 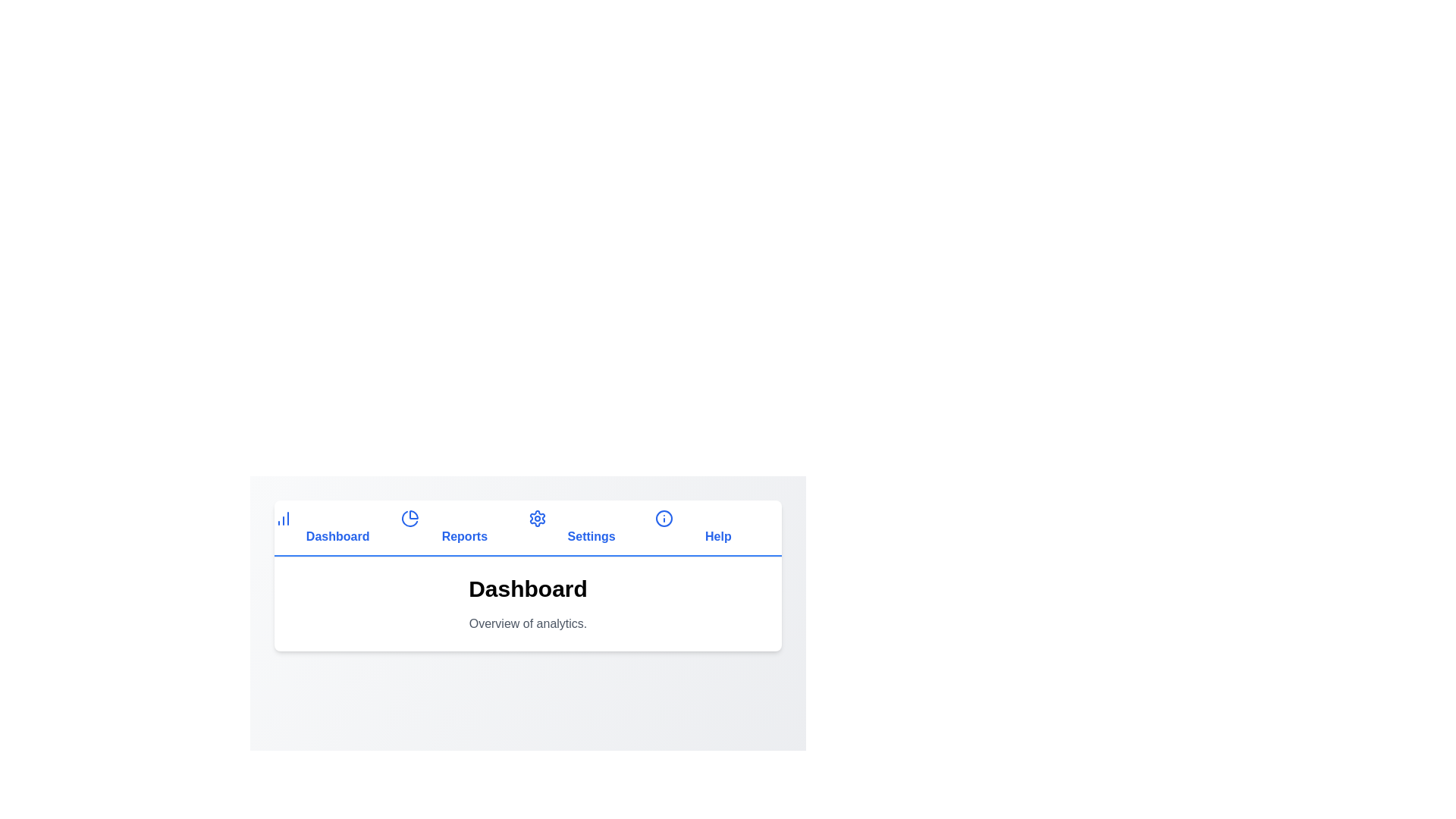 What do you see at coordinates (284, 517) in the screenshot?
I see `the blue bar chart icon located to the left of the 'Dashboard' text in the navigation row` at bounding box center [284, 517].